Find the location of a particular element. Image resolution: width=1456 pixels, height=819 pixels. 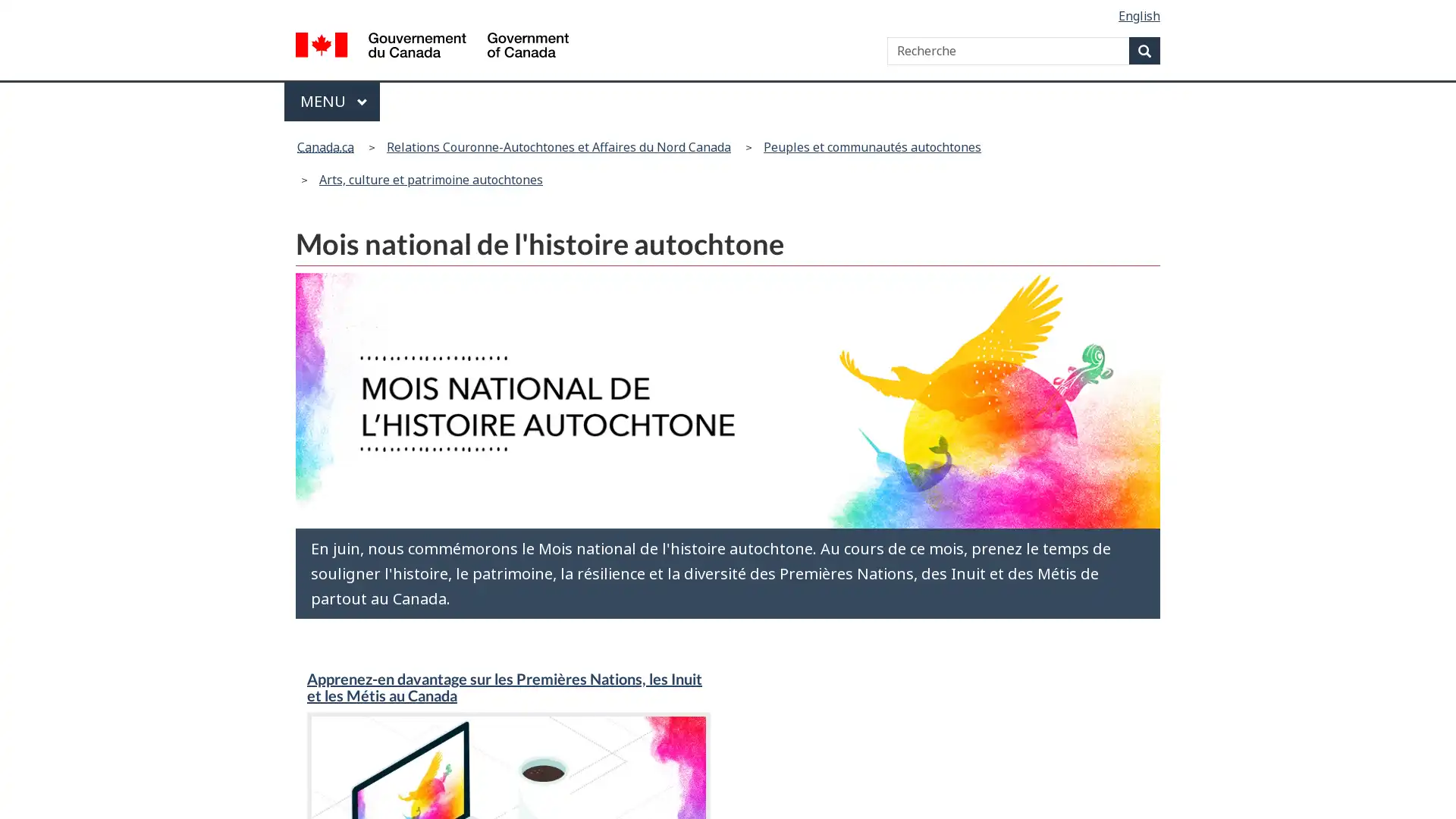

Recherche is located at coordinates (1144, 49).